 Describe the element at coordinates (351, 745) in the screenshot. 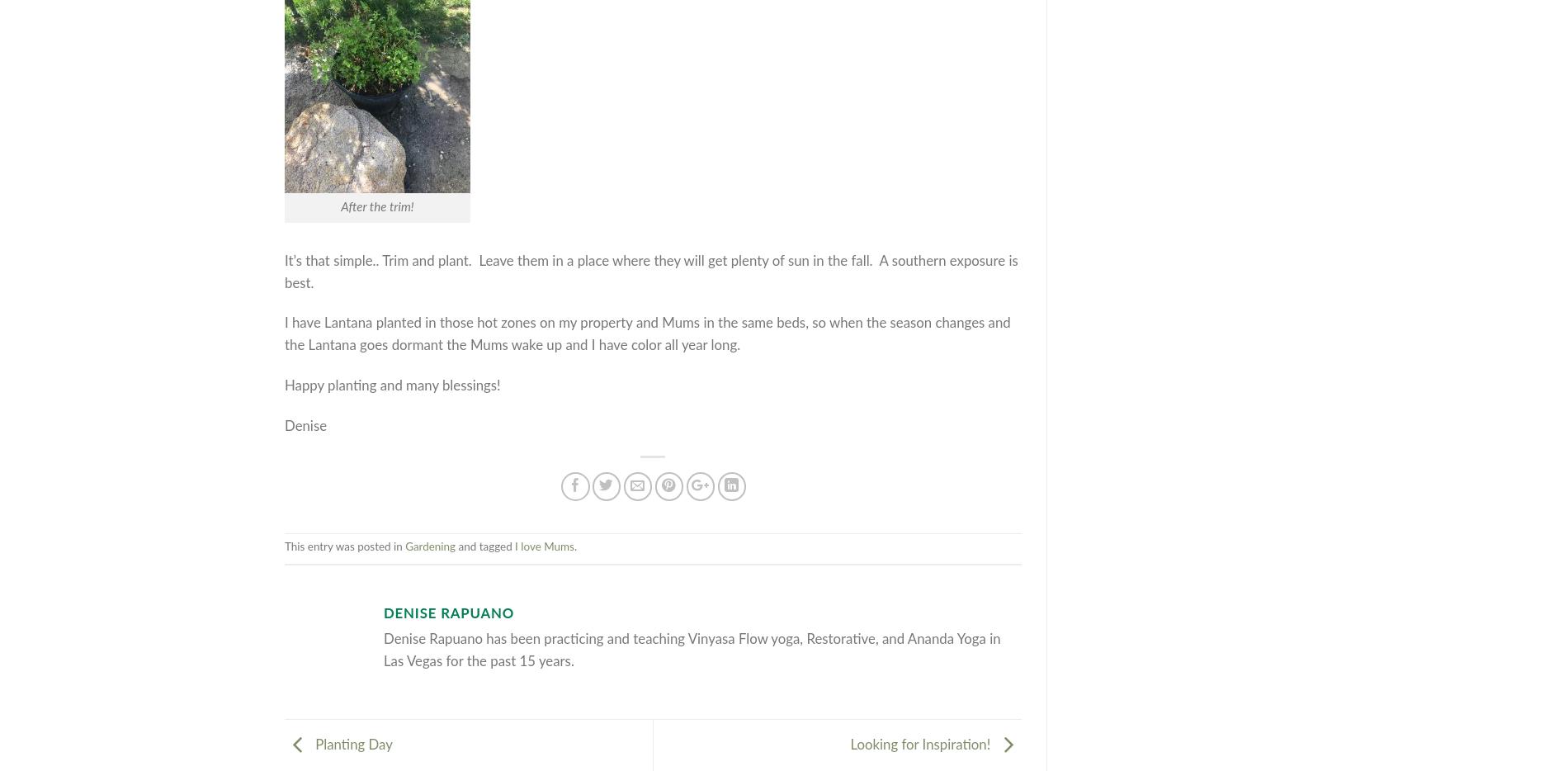

I see `'Planting Day'` at that location.